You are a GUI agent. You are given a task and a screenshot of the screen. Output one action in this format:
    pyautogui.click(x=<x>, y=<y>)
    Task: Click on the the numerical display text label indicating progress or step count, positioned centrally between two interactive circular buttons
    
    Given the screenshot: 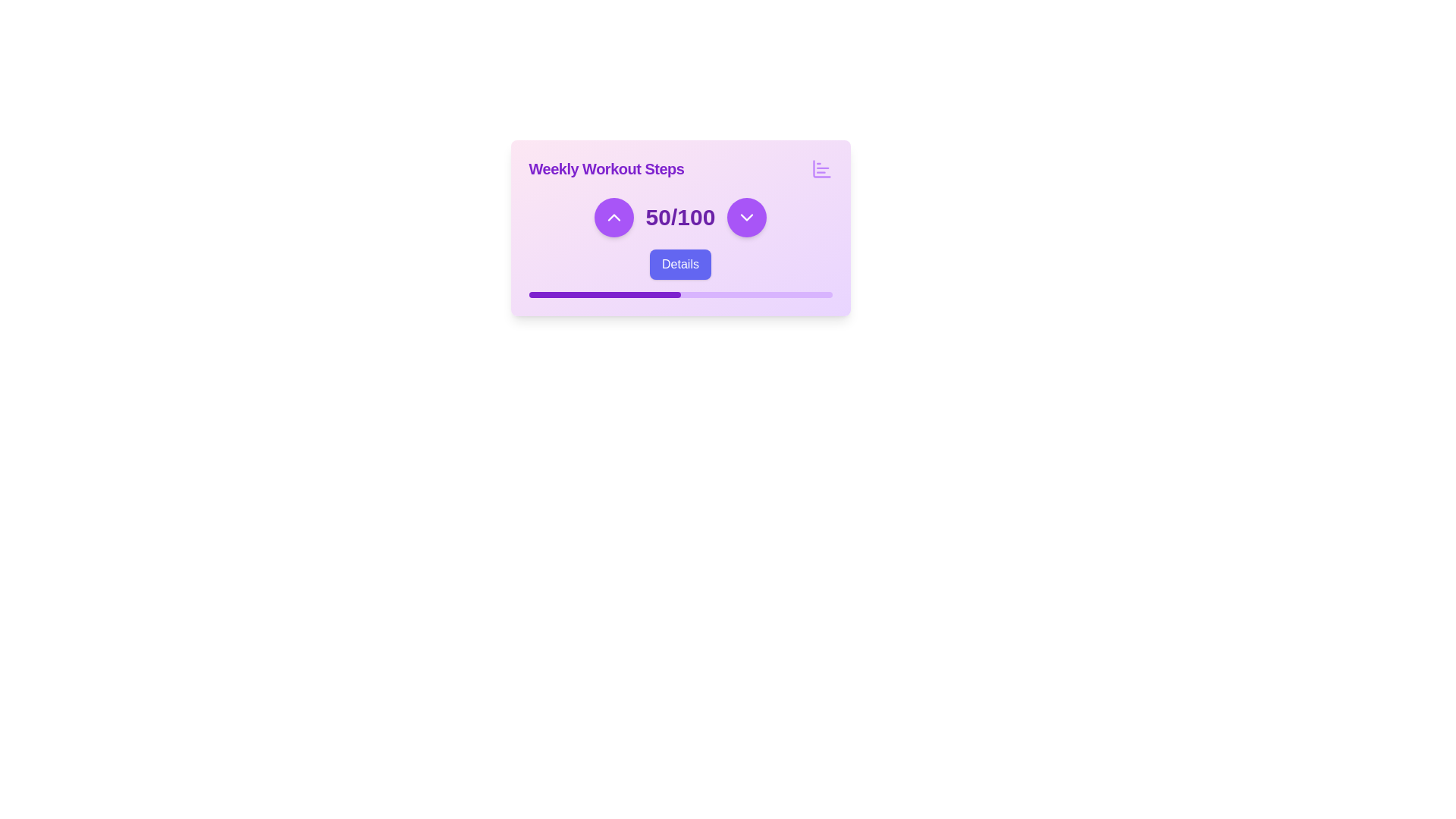 What is the action you would take?
    pyautogui.click(x=679, y=217)
    